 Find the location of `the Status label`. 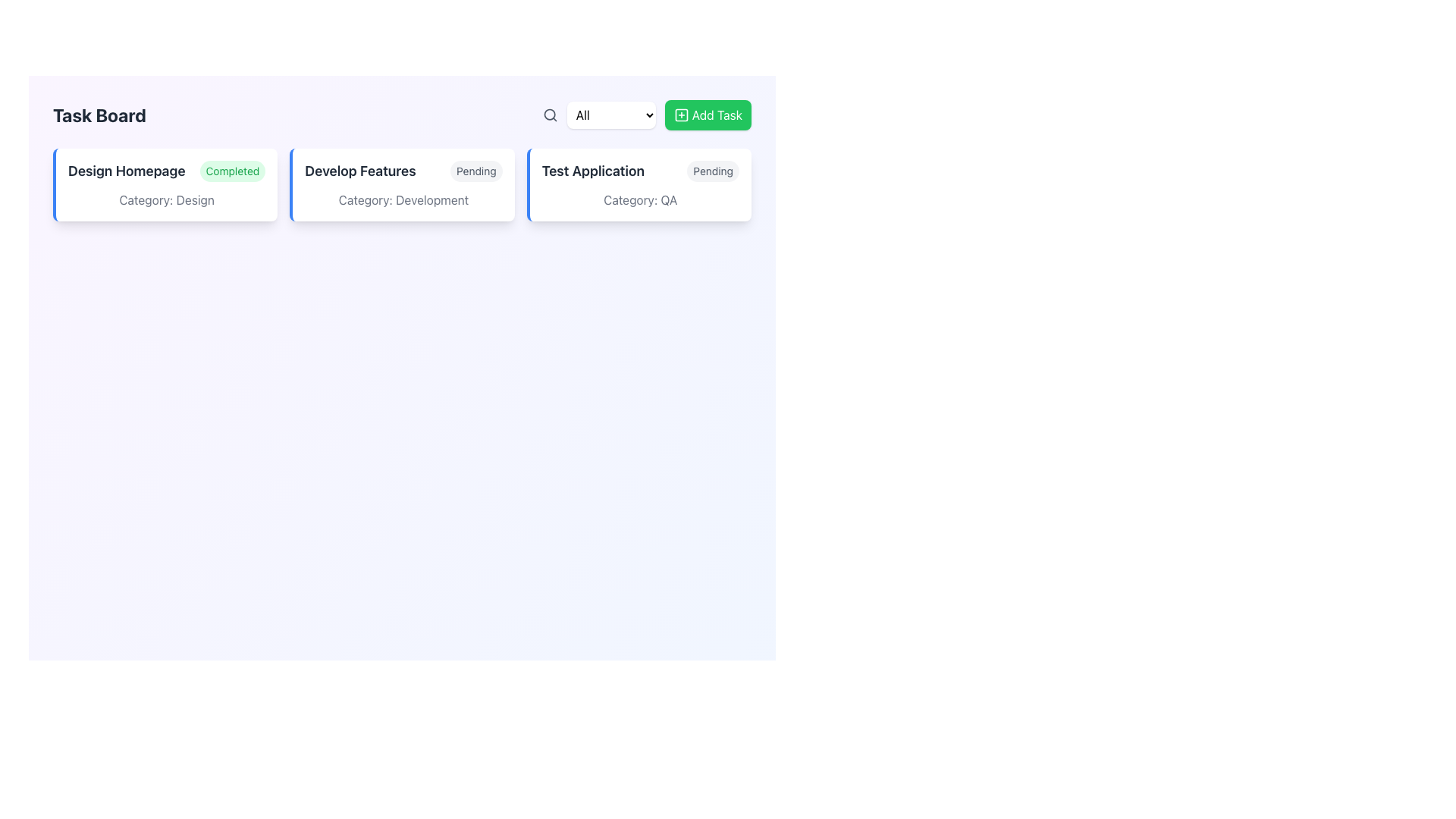

the Status label is located at coordinates (712, 171).